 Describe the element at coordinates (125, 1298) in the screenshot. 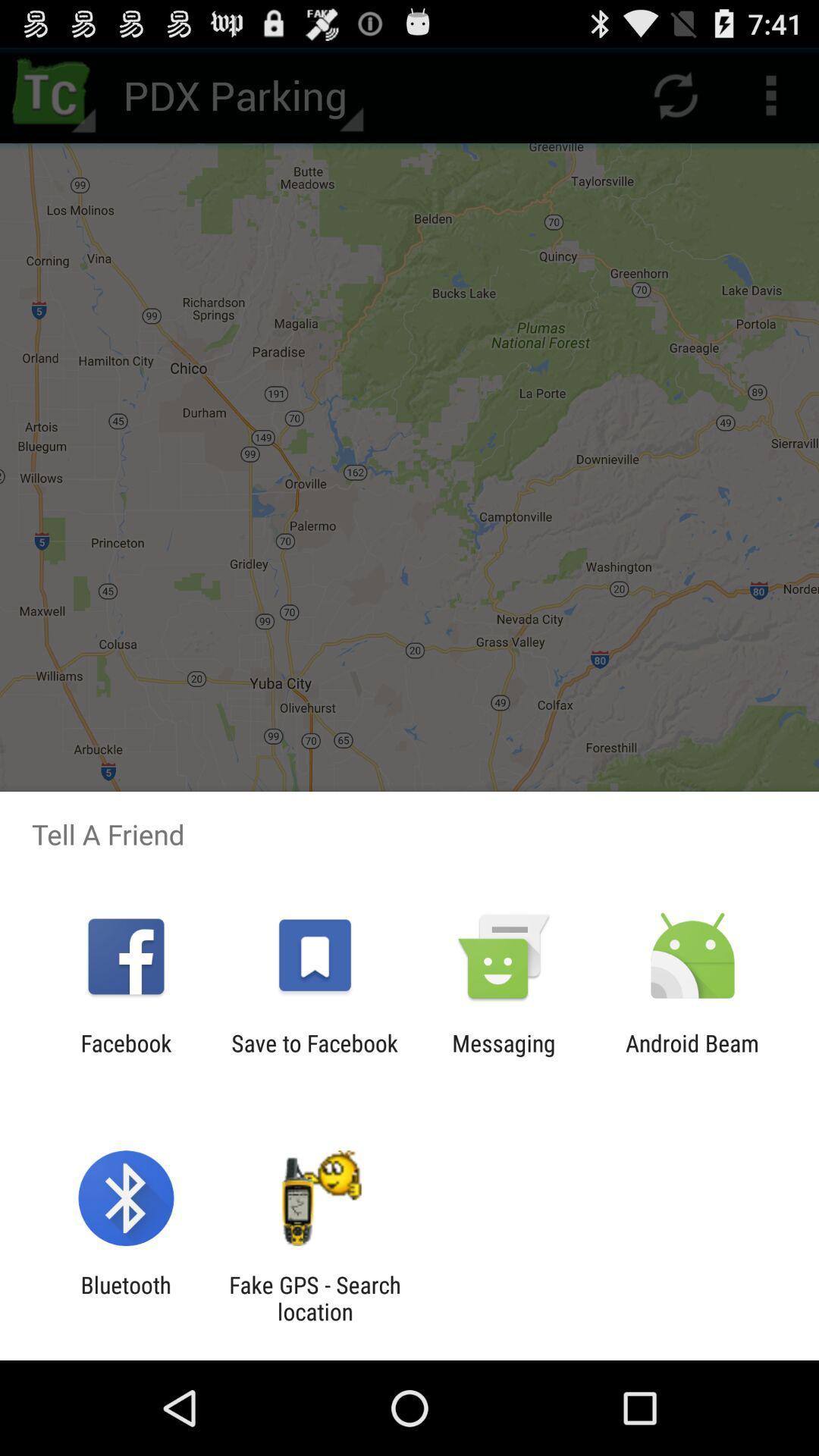

I see `the bluetooth app` at that location.